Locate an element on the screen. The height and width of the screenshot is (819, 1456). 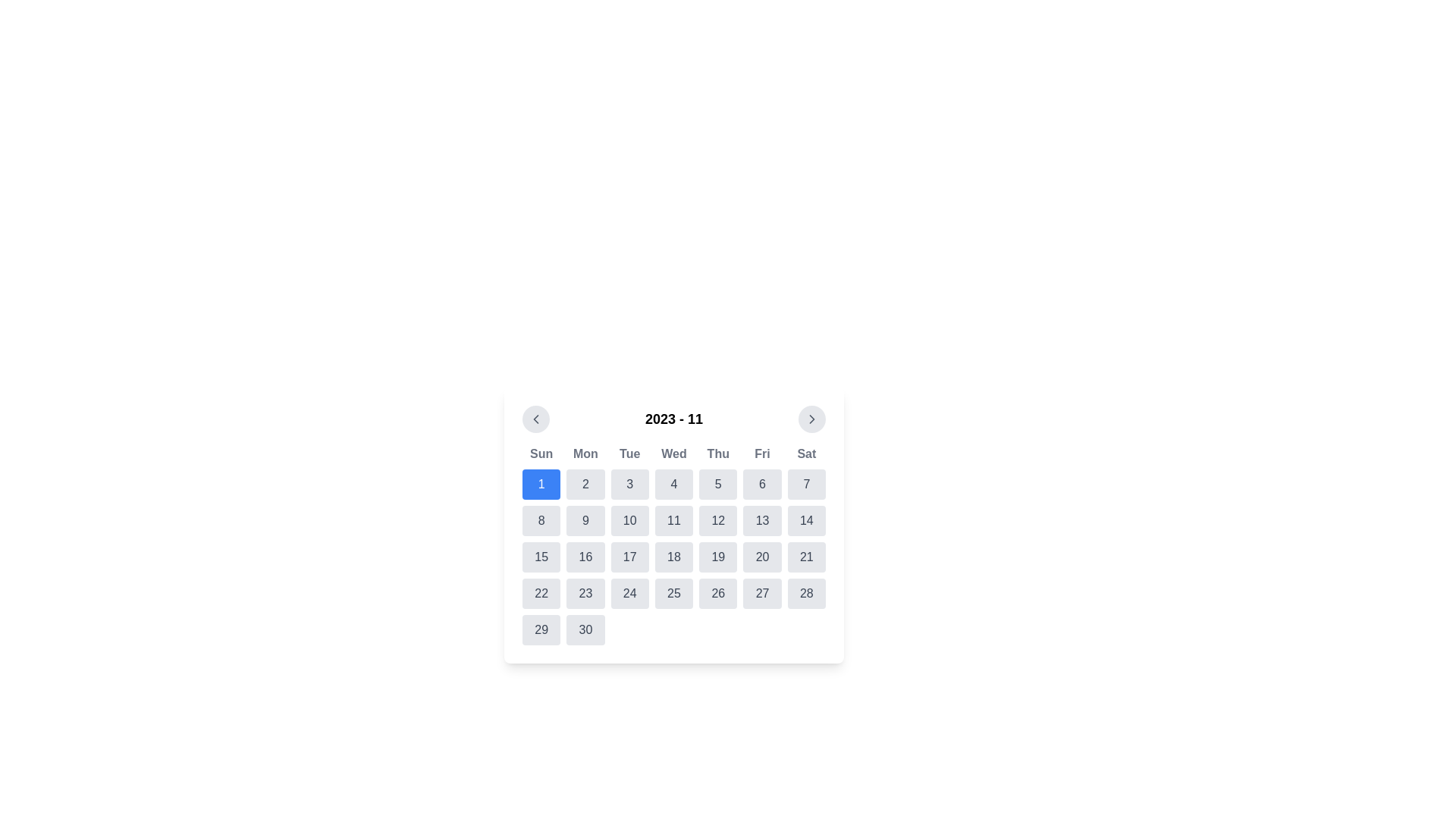
the button displaying the number '14' in a dark gray font within the calendar grid is located at coordinates (805, 519).